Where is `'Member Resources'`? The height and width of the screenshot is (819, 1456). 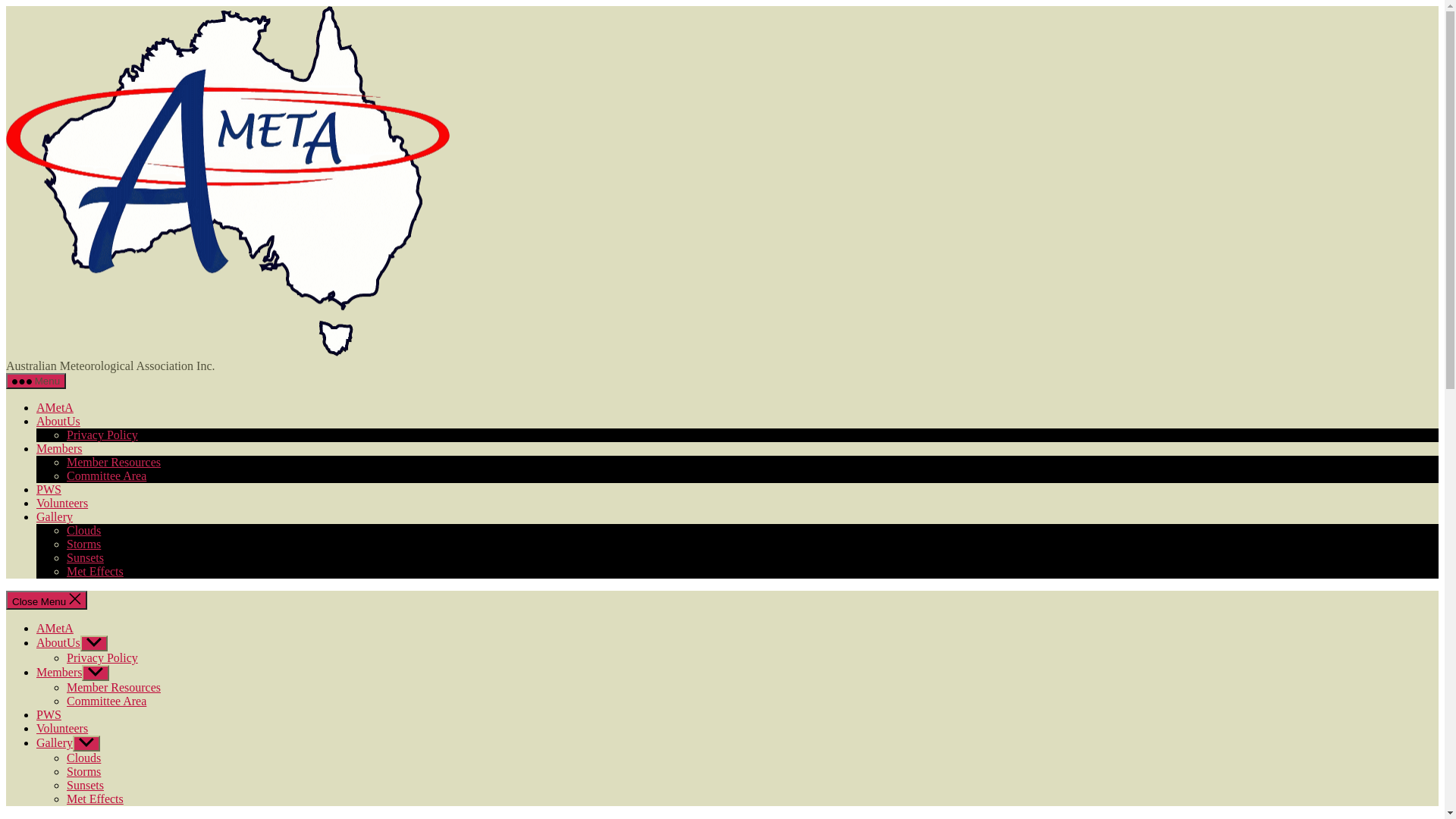
'Member Resources' is located at coordinates (112, 687).